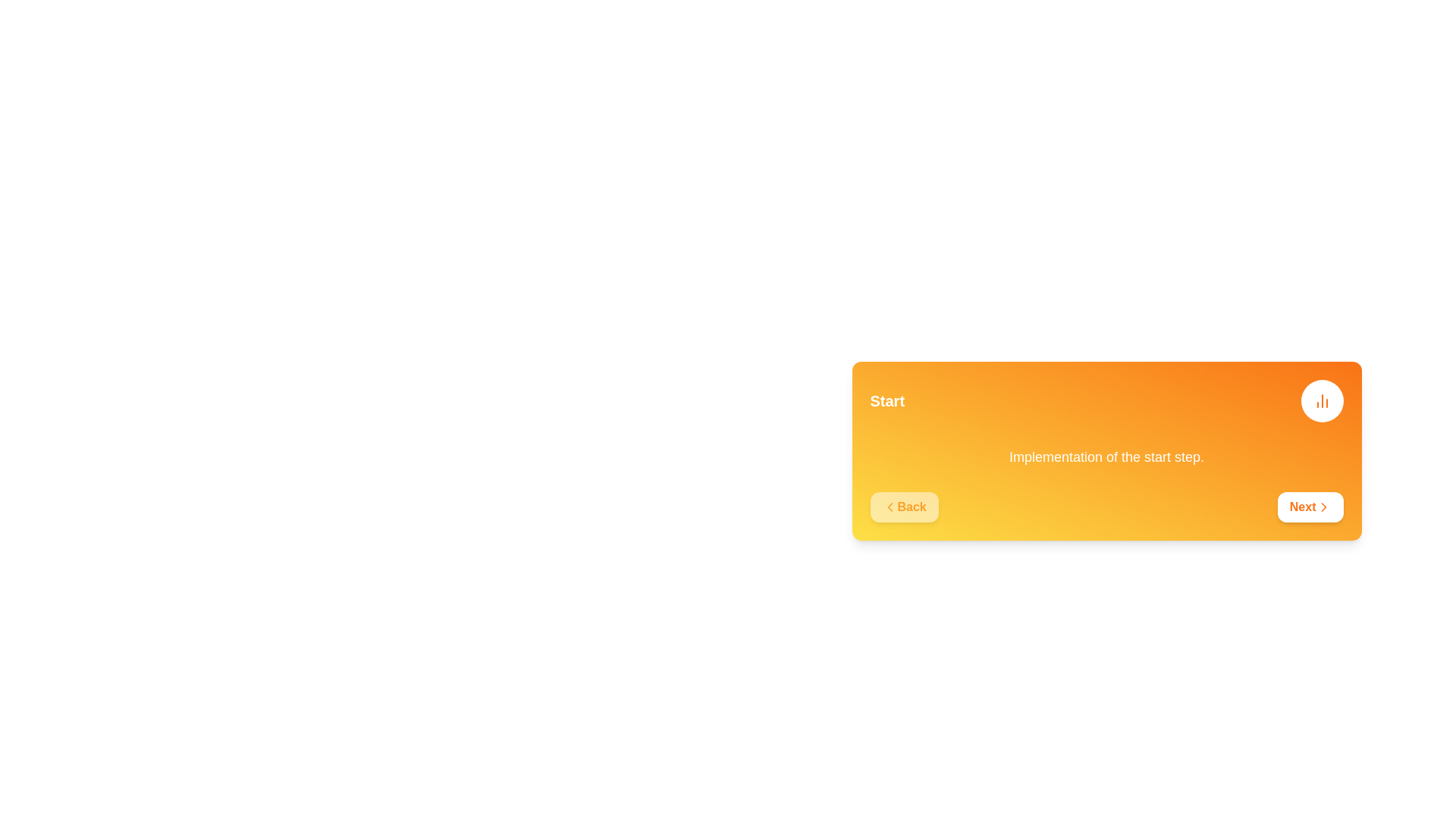 This screenshot has width=1456, height=819. What do you see at coordinates (1321, 400) in the screenshot?
I see `the button with a bar chart icon located at the top-right corner of the orange card` at bounding box center [1321, 400].